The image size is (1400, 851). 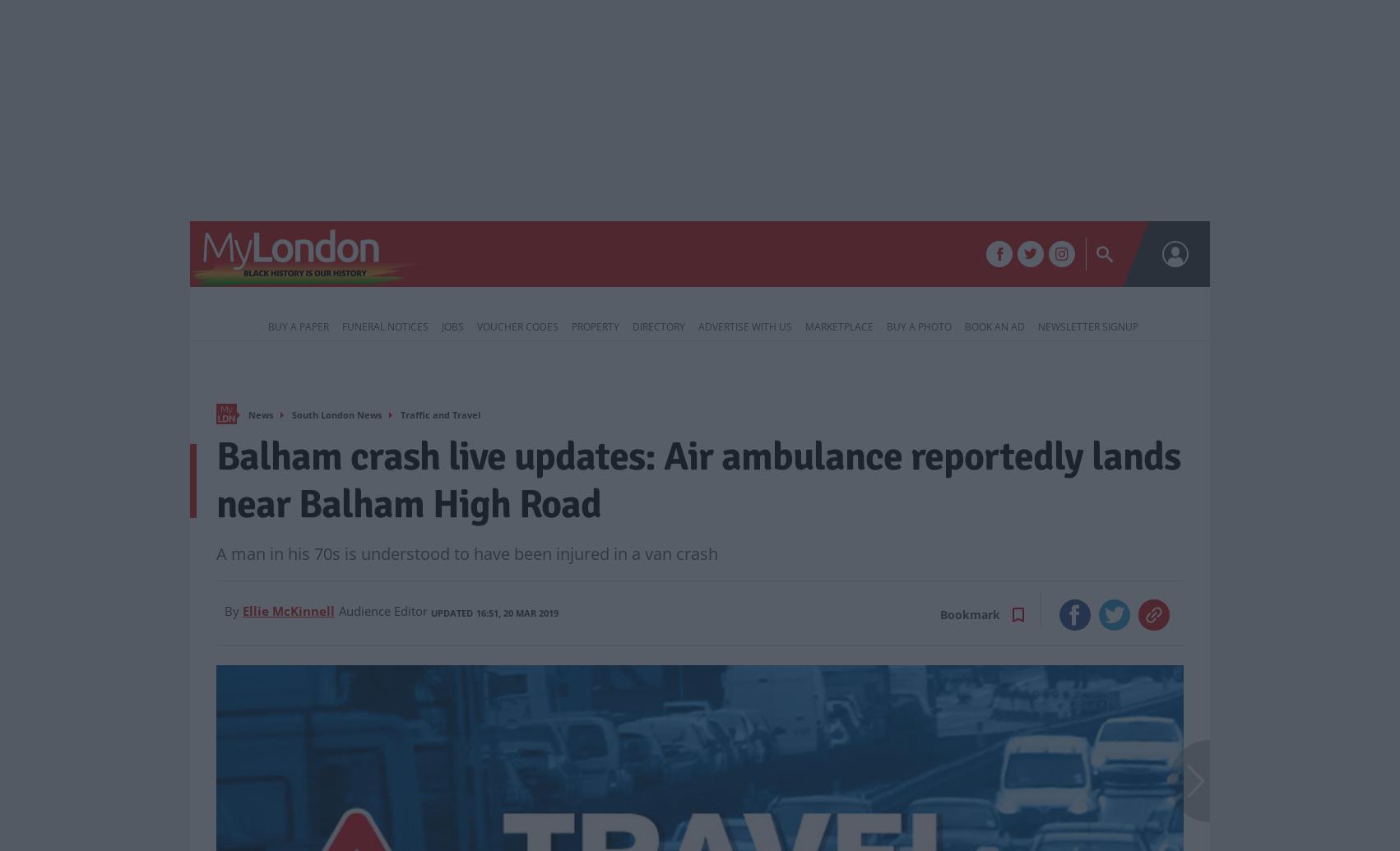 I want to click on 'By', so click(x=231, y=610).